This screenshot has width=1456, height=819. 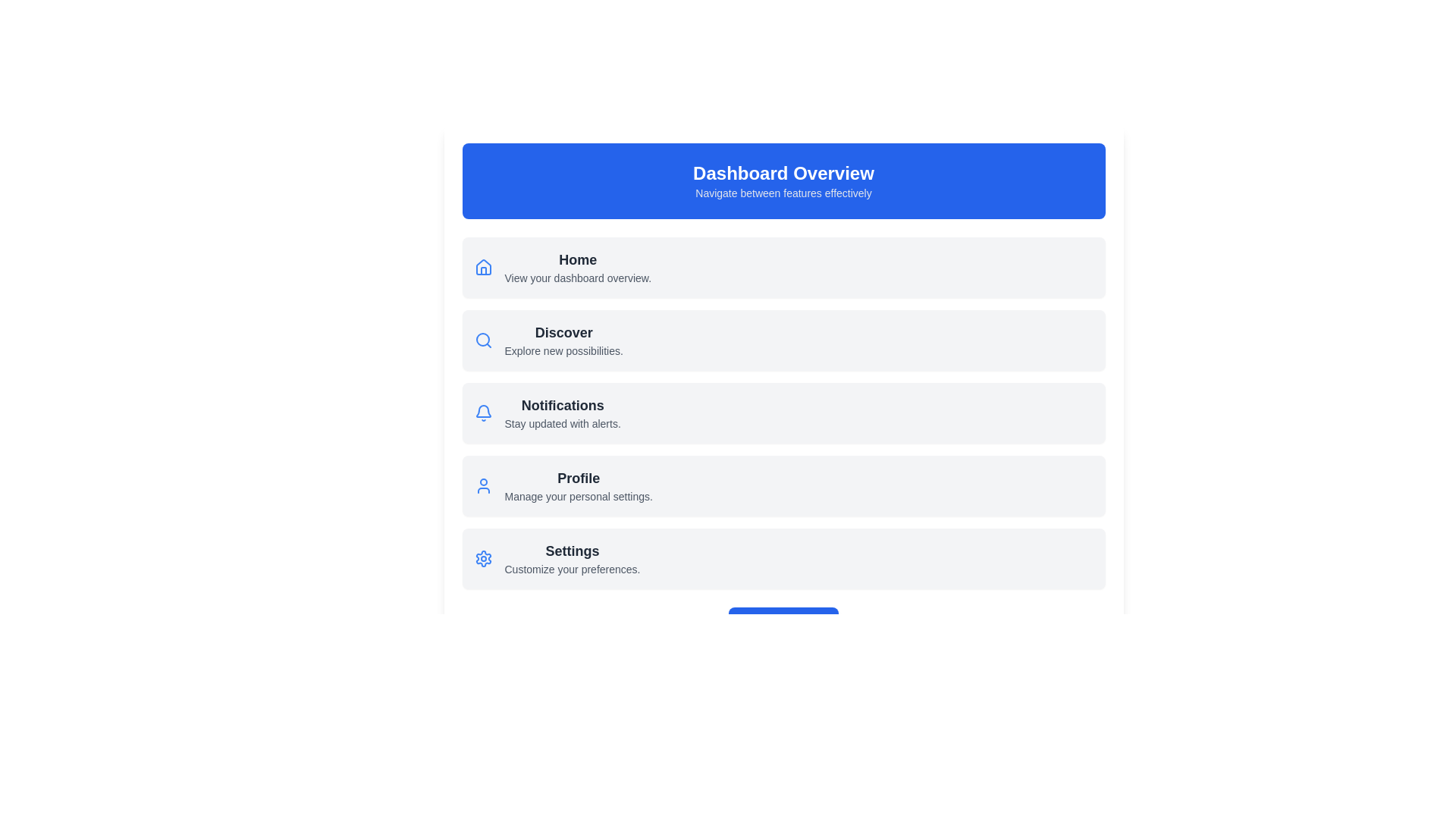 I want to click on the static graphical icon representing the settings option, which is a cogwheel or gear located at the bottom of the interface, specifically in the 'Settings' list option, so click(x=482, y=558).